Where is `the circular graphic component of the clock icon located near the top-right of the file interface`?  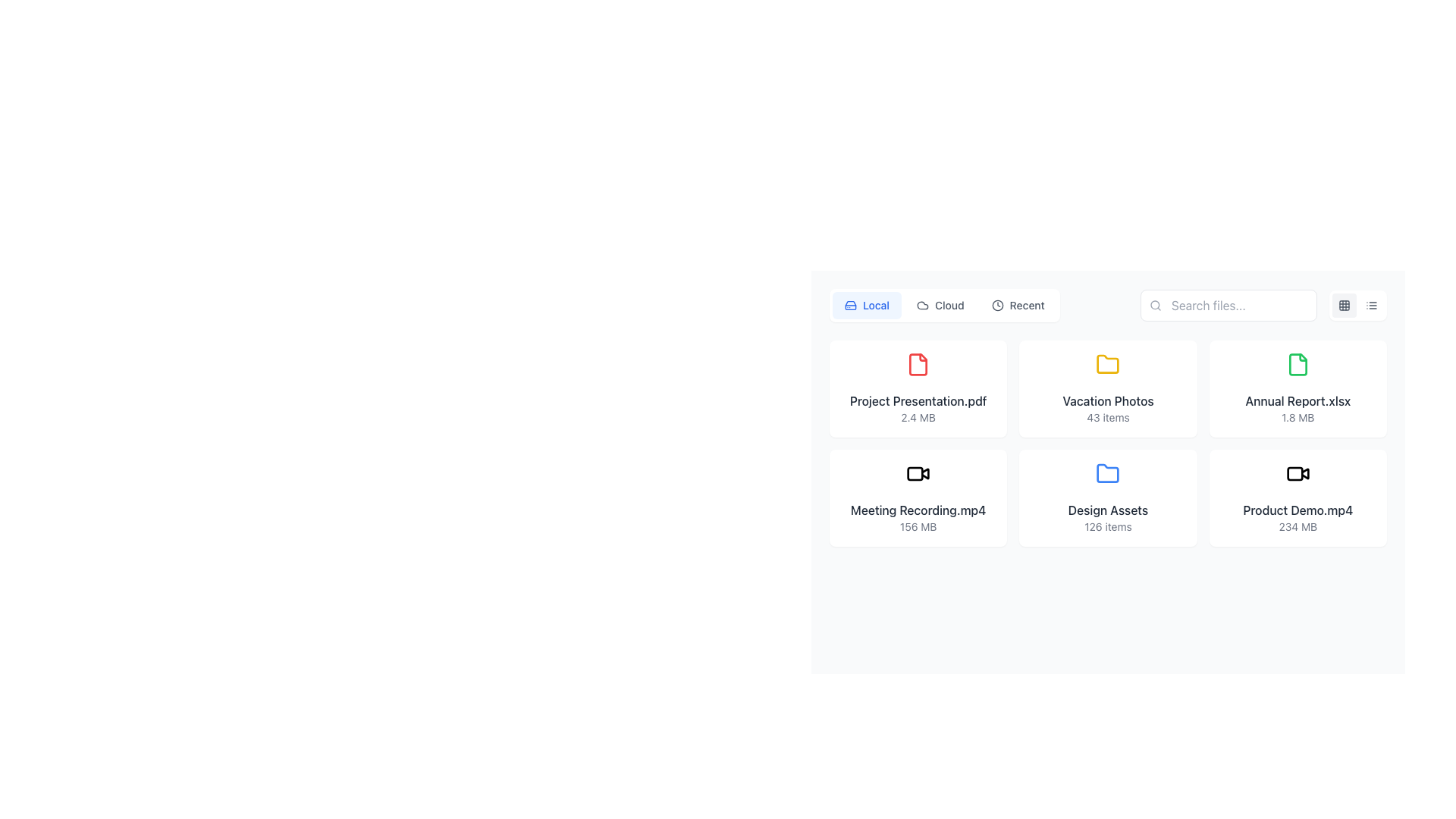
the circular graphic component of the clock icon located near the top-right of the file interface is located at coordinates (997, 305).